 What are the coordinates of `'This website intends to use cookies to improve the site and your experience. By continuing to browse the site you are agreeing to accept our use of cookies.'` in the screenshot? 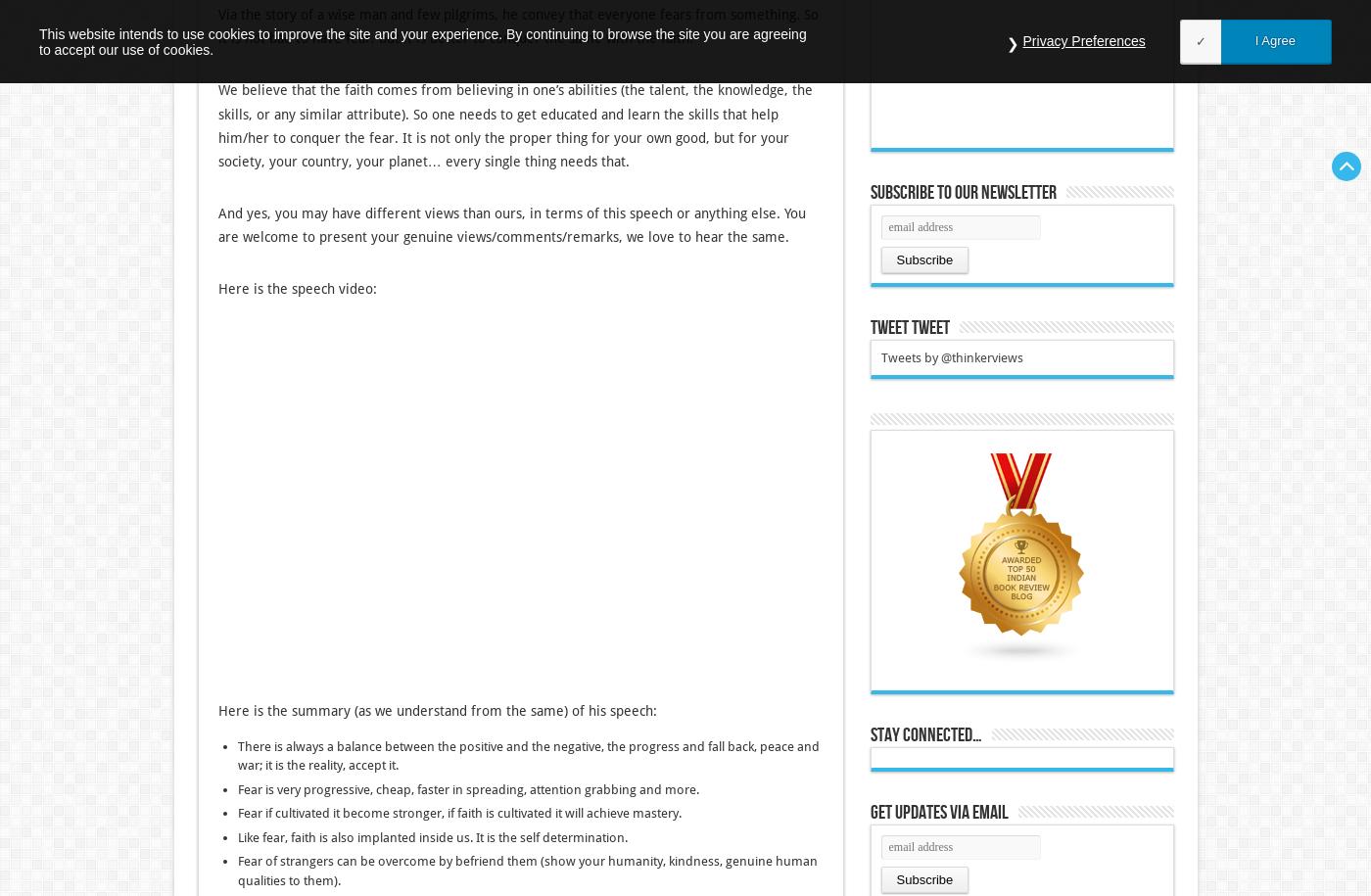 It's located at (422, 40).